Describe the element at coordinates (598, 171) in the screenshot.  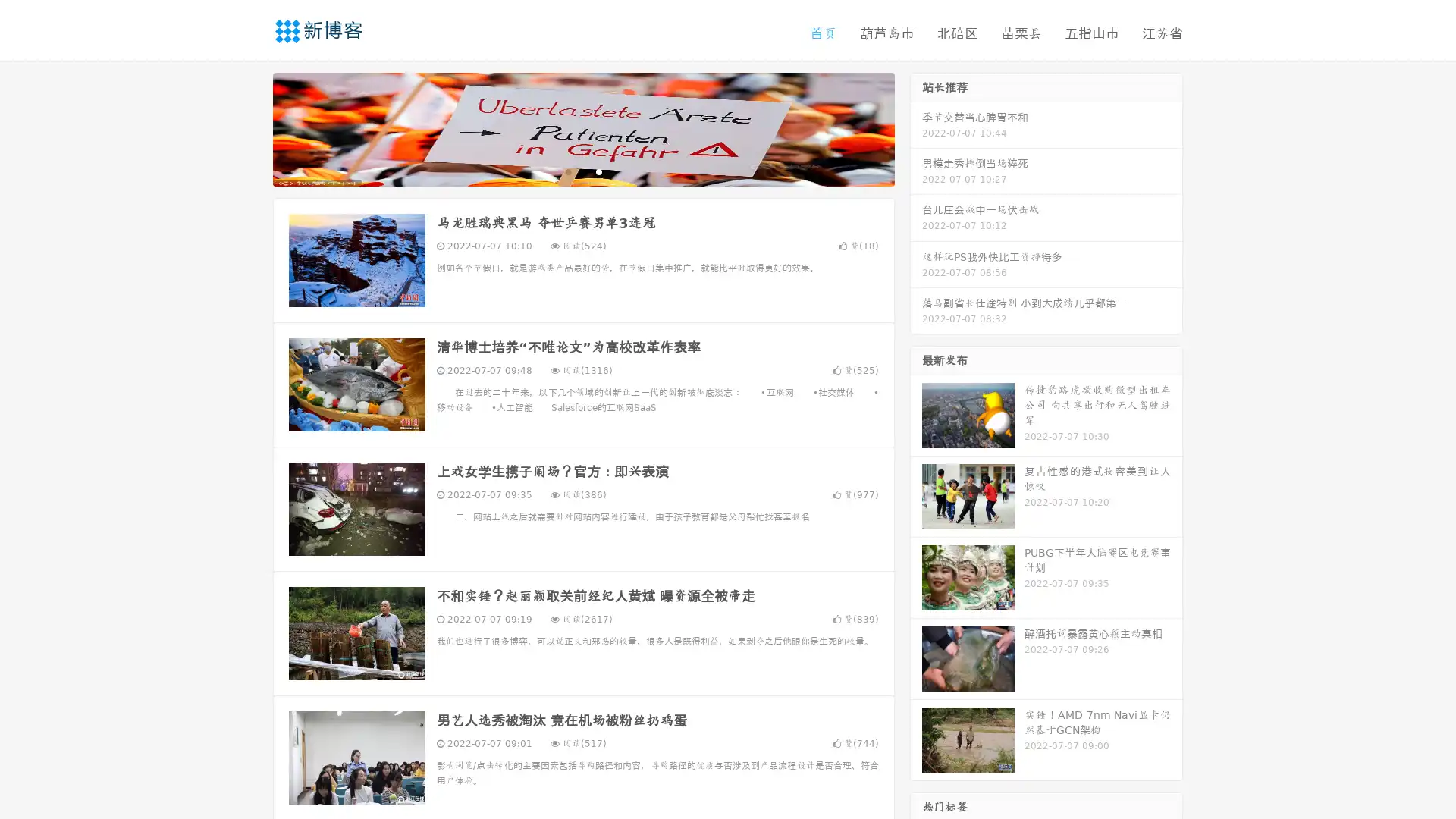
I see `Go to slide 3` at that location.